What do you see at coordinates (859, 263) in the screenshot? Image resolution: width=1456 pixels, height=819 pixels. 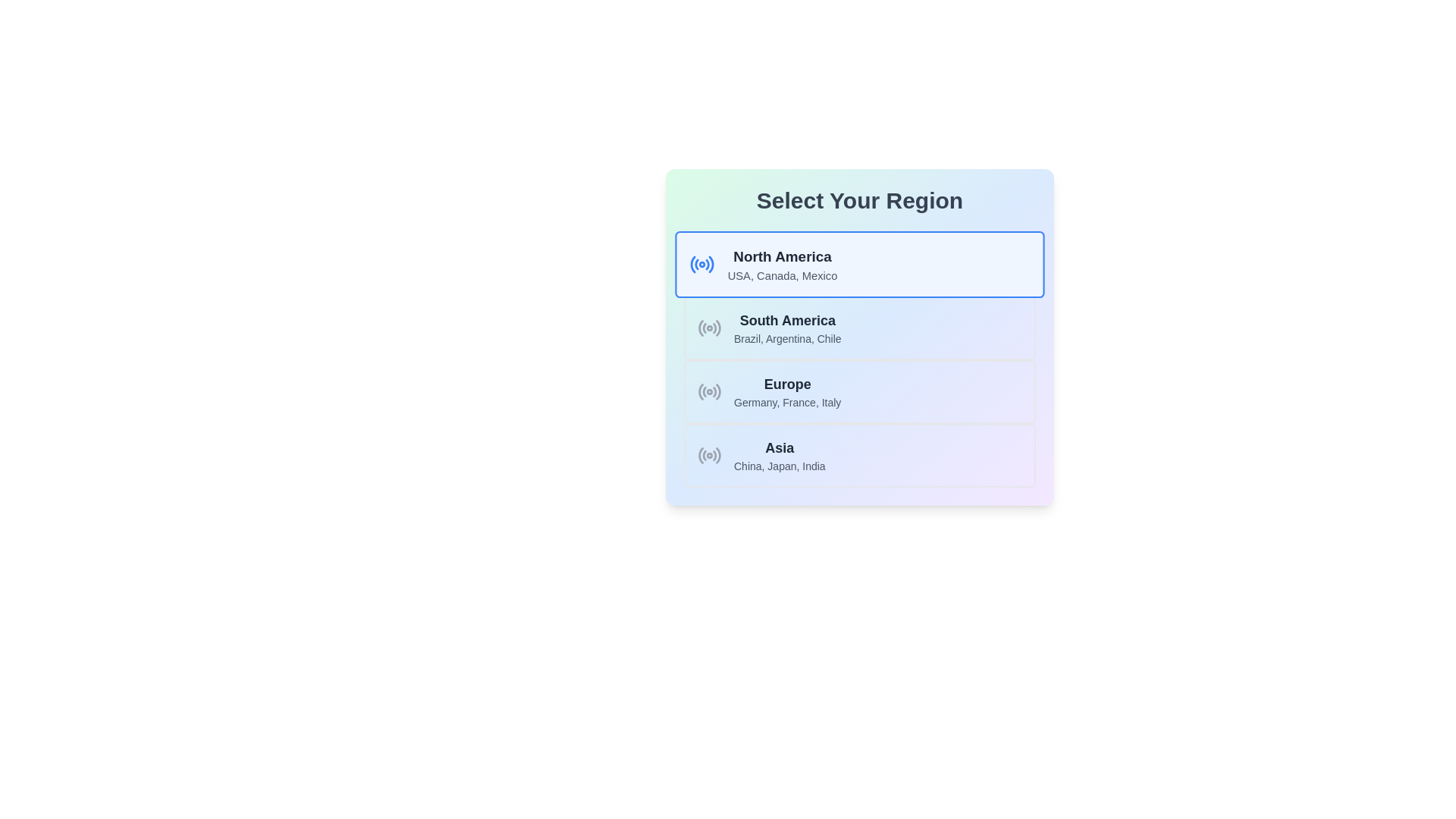 I see `the 'North America' selectable list item with an interactive button-like appearance` at bounding box center [859, 263].